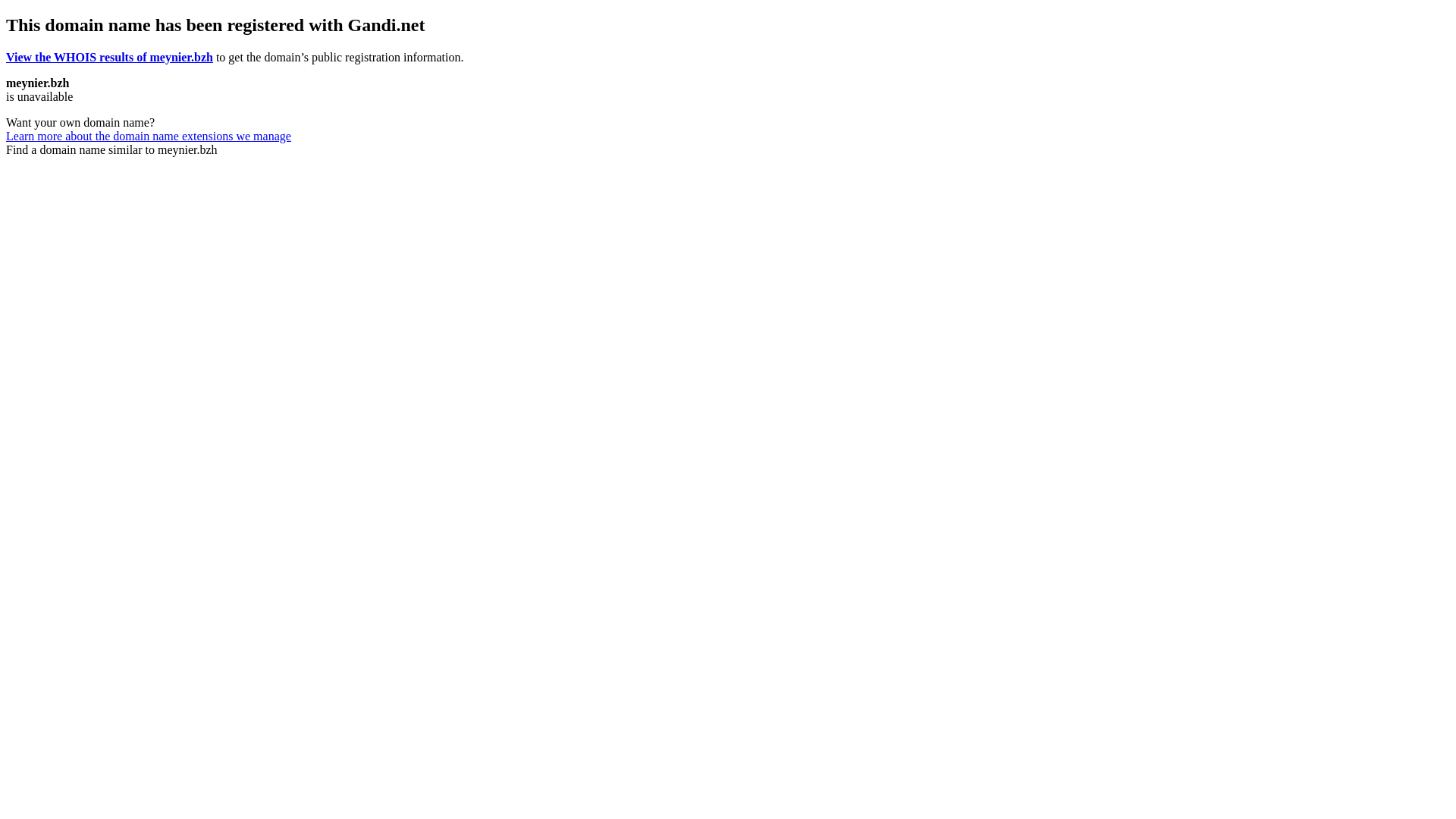 Image resolution: width=1456 pixels, height=819 pixels. I want to click on 'Learn more about the domain name extensions we manage', so click(149, 135).